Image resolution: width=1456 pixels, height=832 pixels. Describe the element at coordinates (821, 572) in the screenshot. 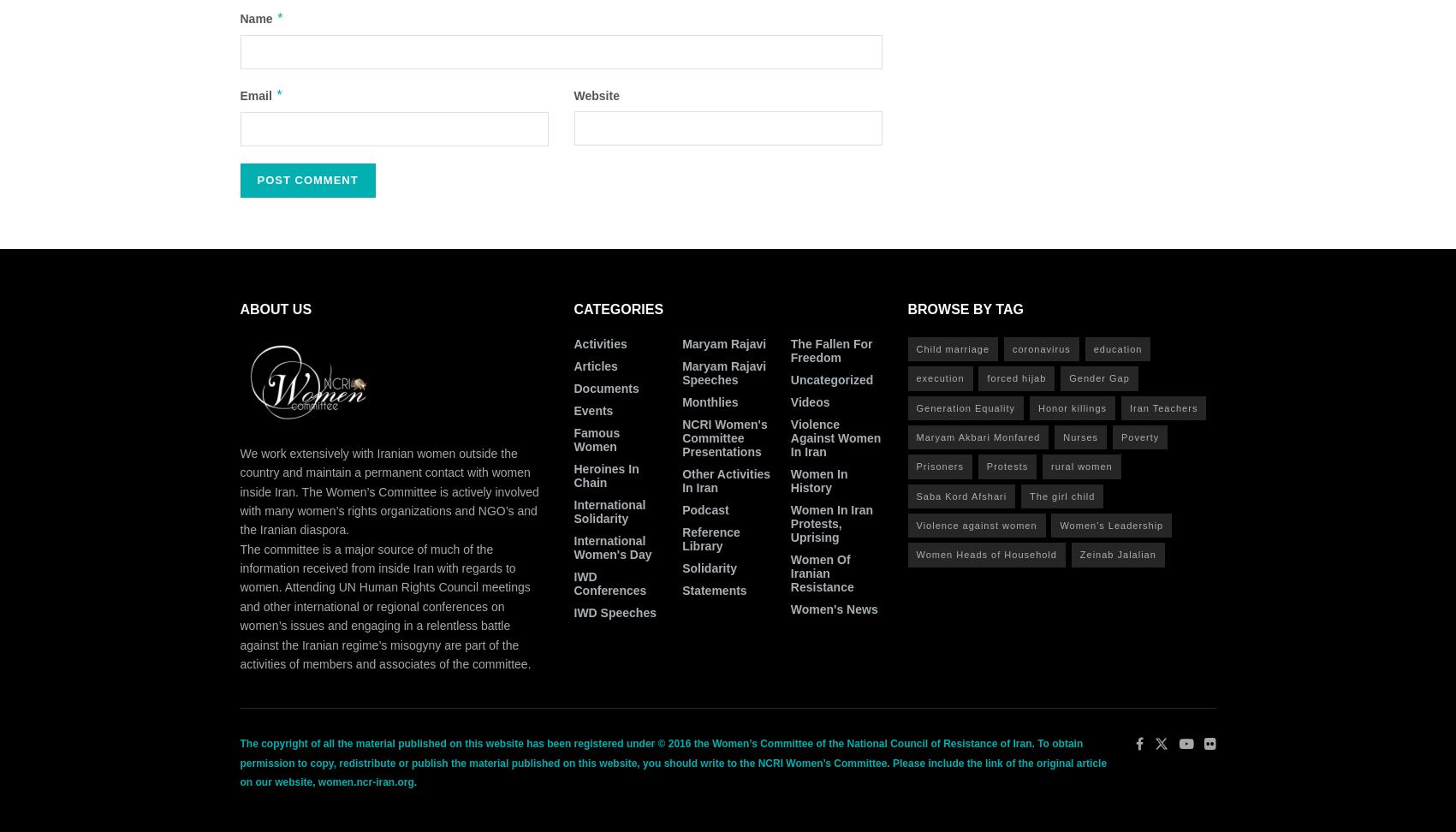

I see `'Women of Iranian Resistance'` at that location.